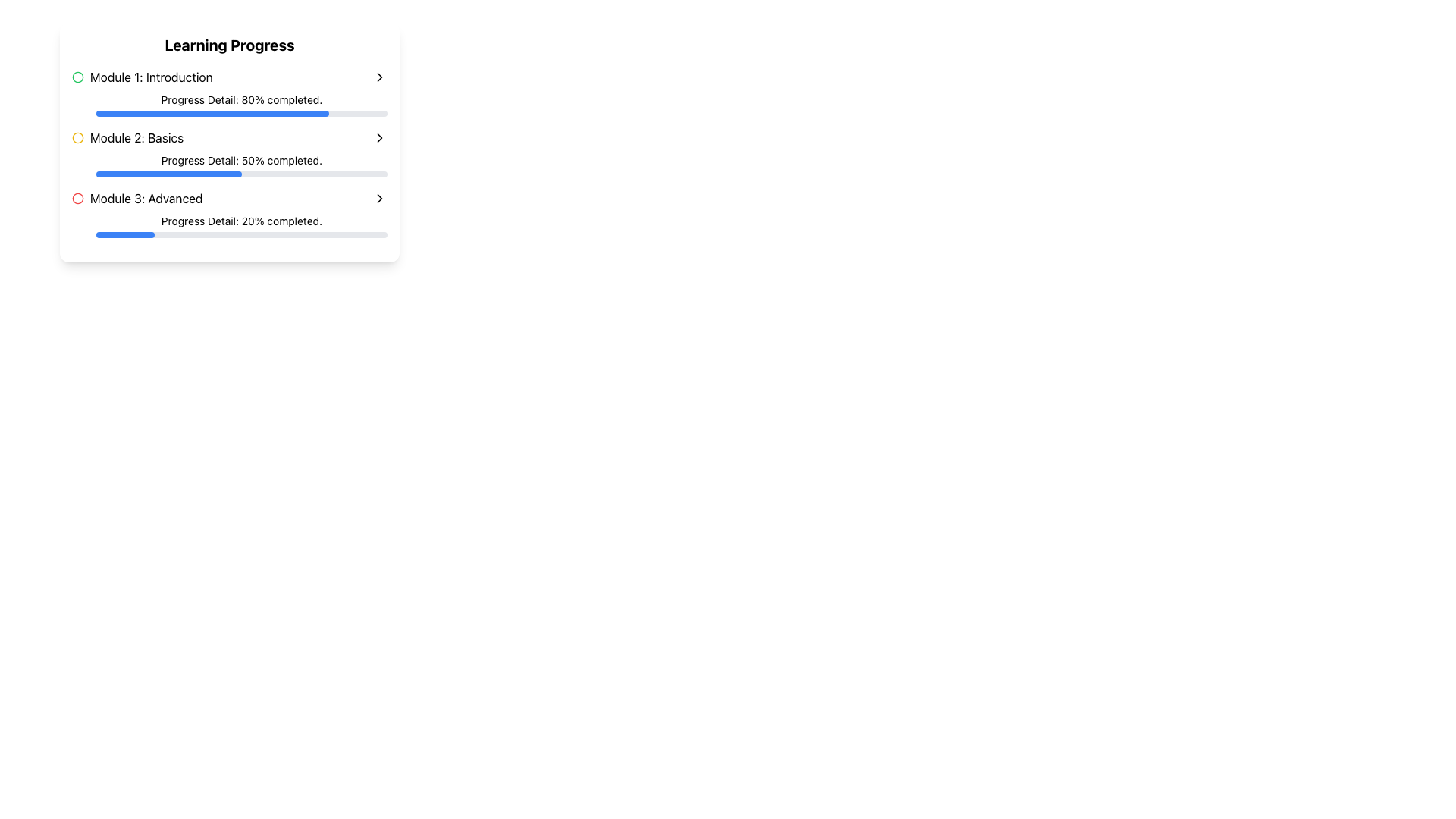 Image resolution: width=1456 pixels, height=819 pixels. Describe the element at coordinates (240, 174) in the screenshot. I see `the Progress bar located below the text 'Progress Detail: 50% completed.' in 'Module 2: Basics'` at that location.